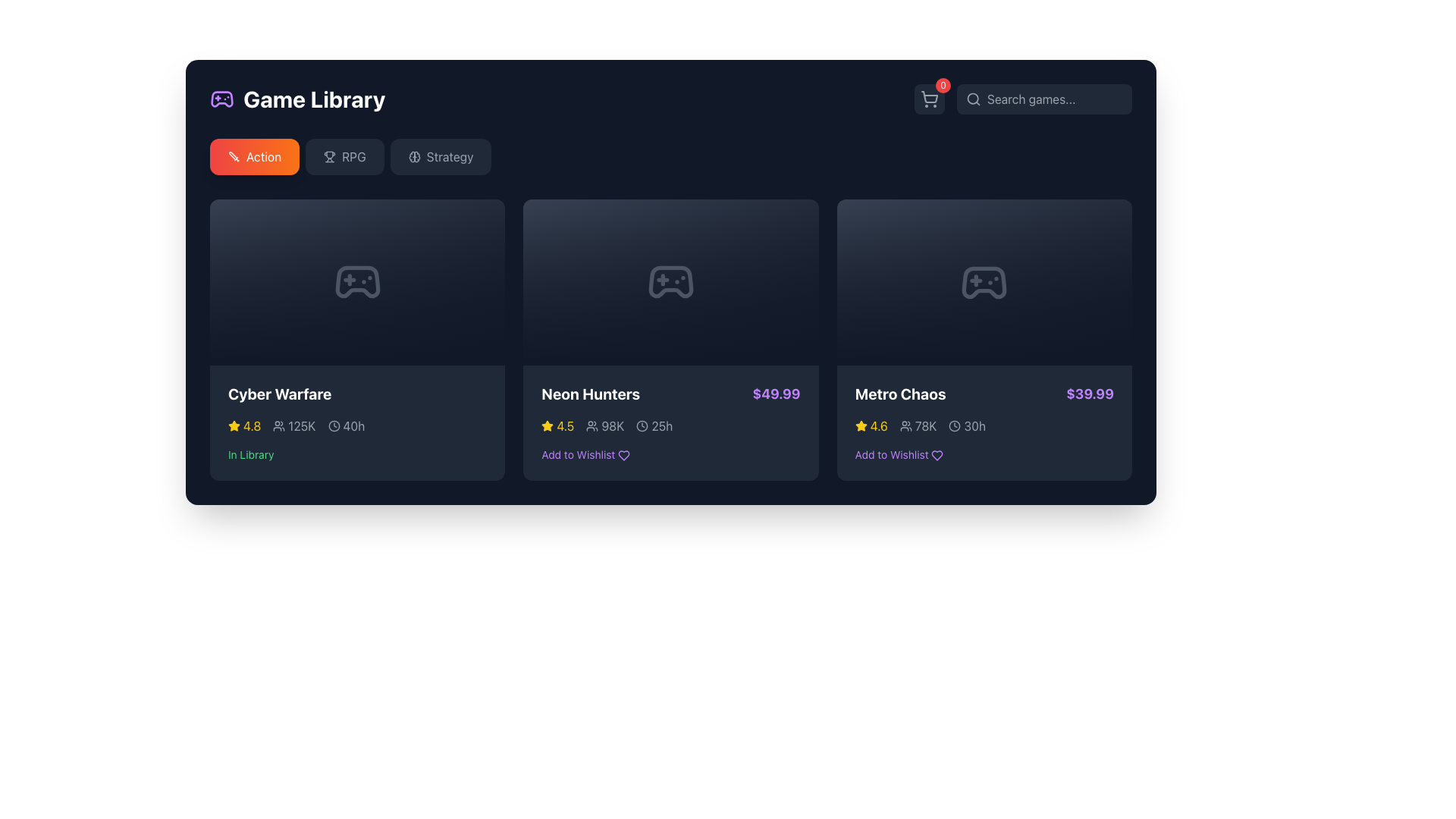 The height and width of the screenshot is (819, 1456). I want to click on the 'RPG' button, which is displayed in bold gray text on a dark background, so click(353, 157).